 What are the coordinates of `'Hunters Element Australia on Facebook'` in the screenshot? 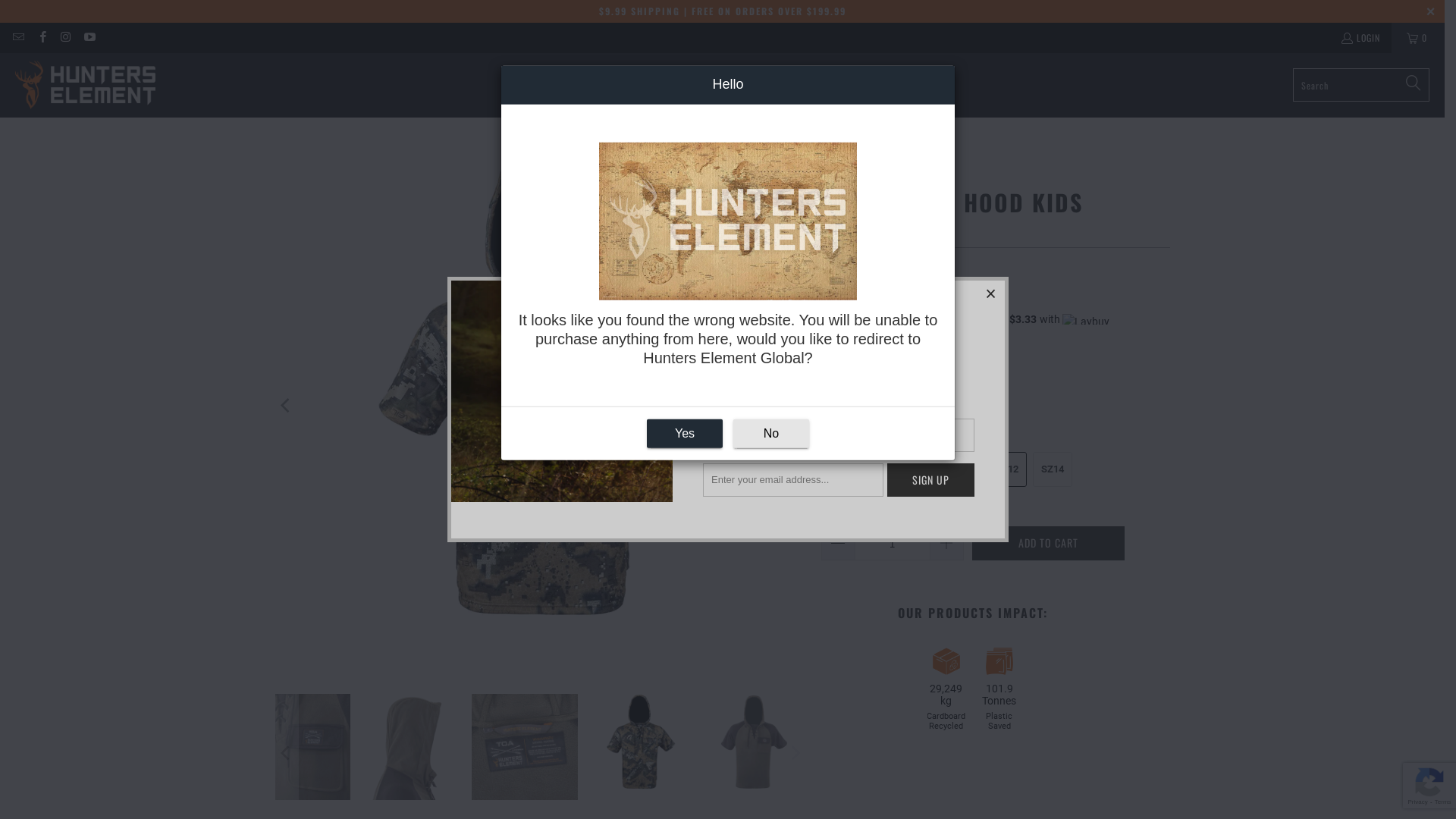 It's located at (41, 36).